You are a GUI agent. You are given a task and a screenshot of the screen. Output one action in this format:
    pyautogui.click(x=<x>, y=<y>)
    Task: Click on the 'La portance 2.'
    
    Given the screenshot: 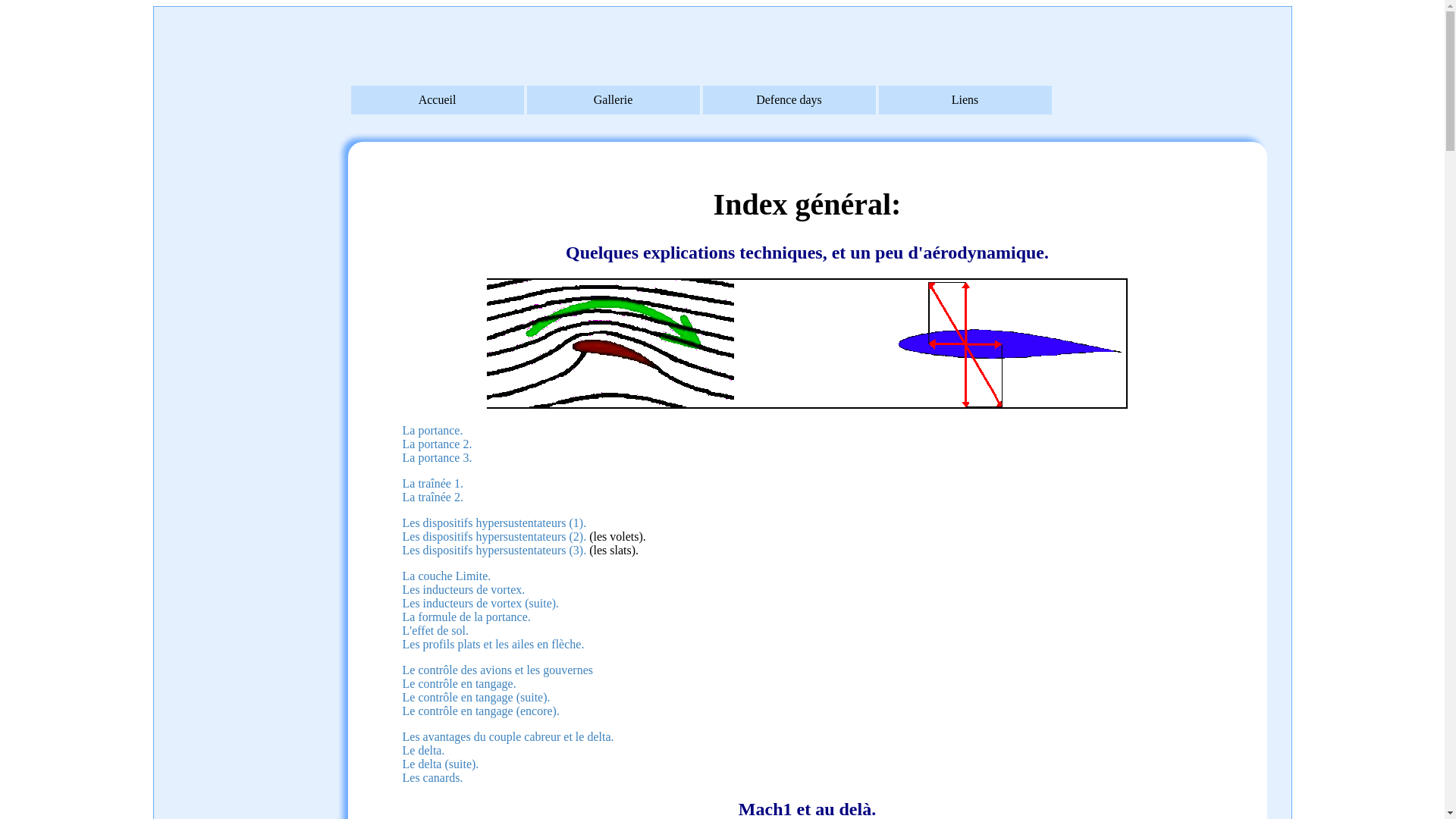 What is the action you would take?
    pyautogui.click(x=436, y=443)
    